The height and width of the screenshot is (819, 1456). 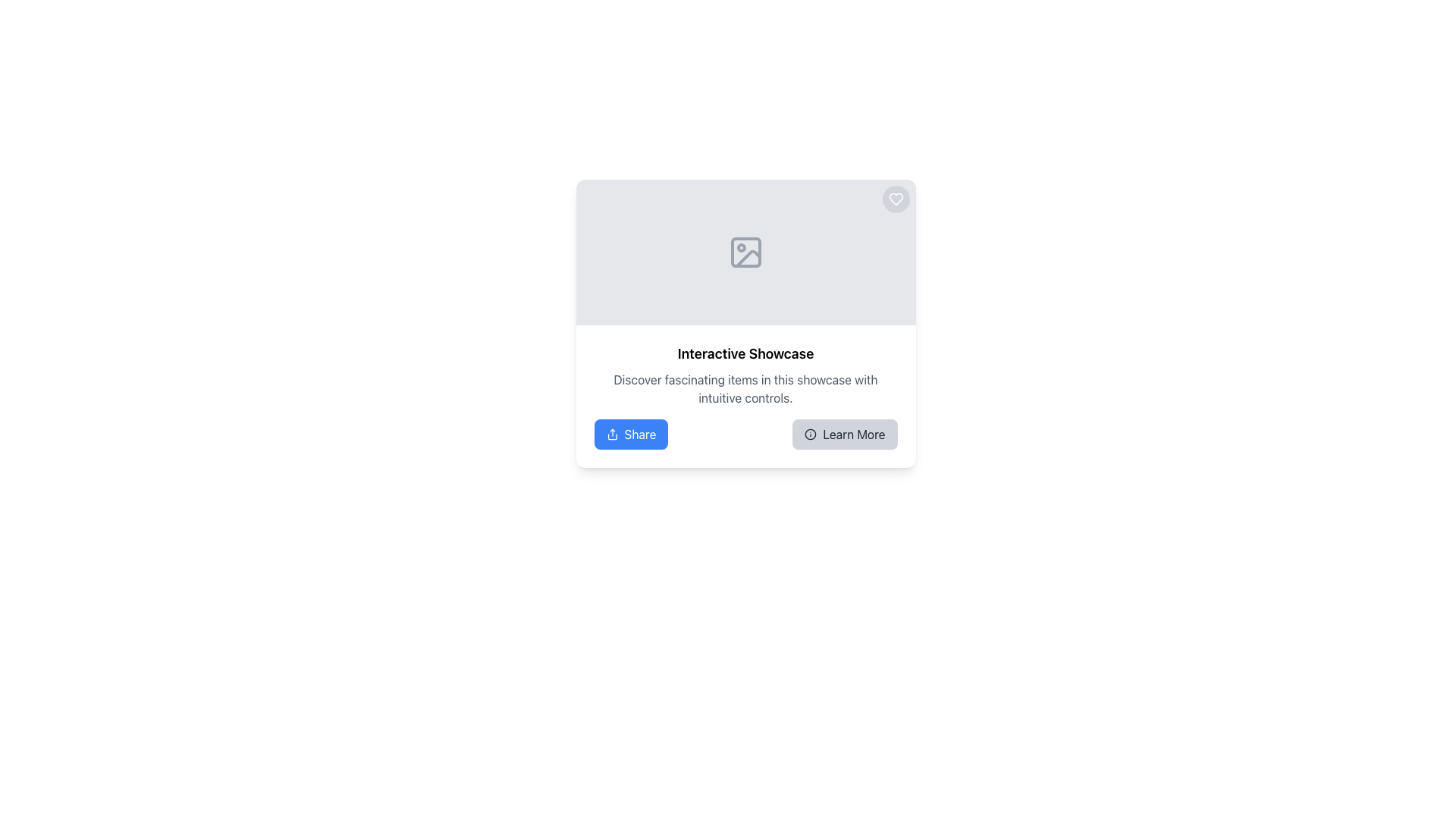 What do you see at coordinates (896, 198) in the screenshot?
I see `the heart-shaped icon located in the top-right corner of the main content card` at bounding box center [896, 198].